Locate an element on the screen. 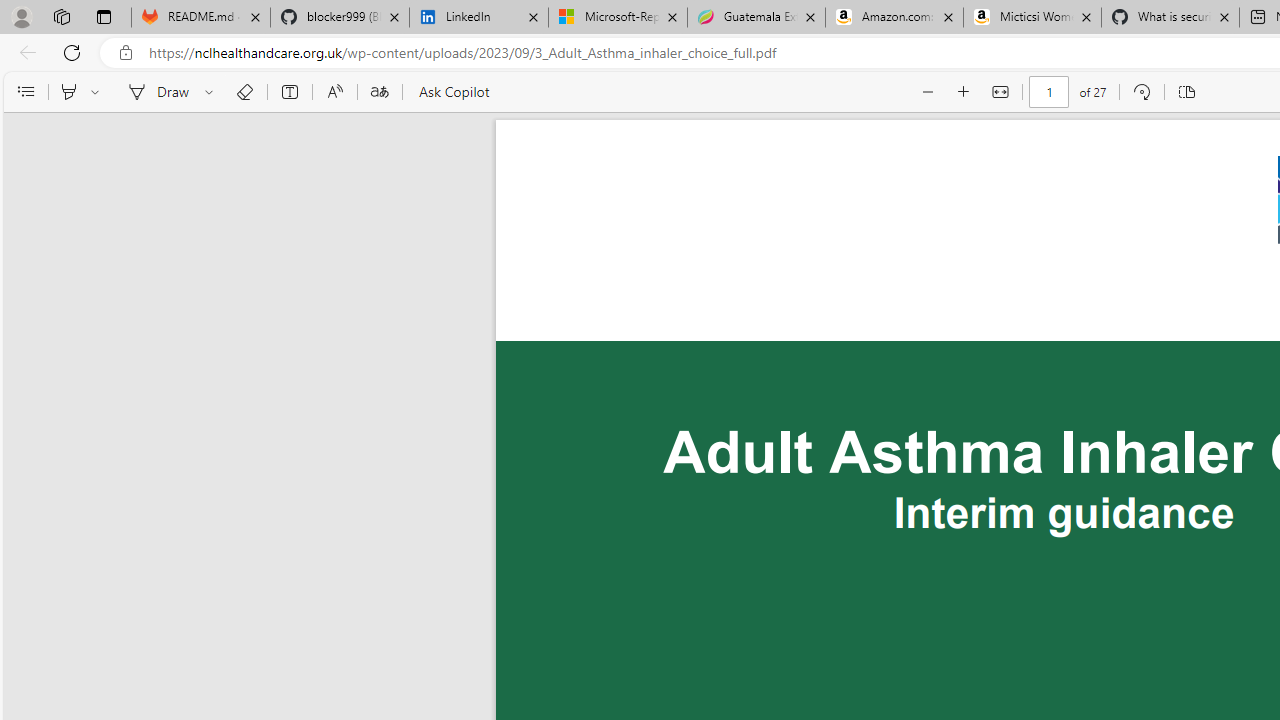  'Highlight' is located at coordinates (68, 92).